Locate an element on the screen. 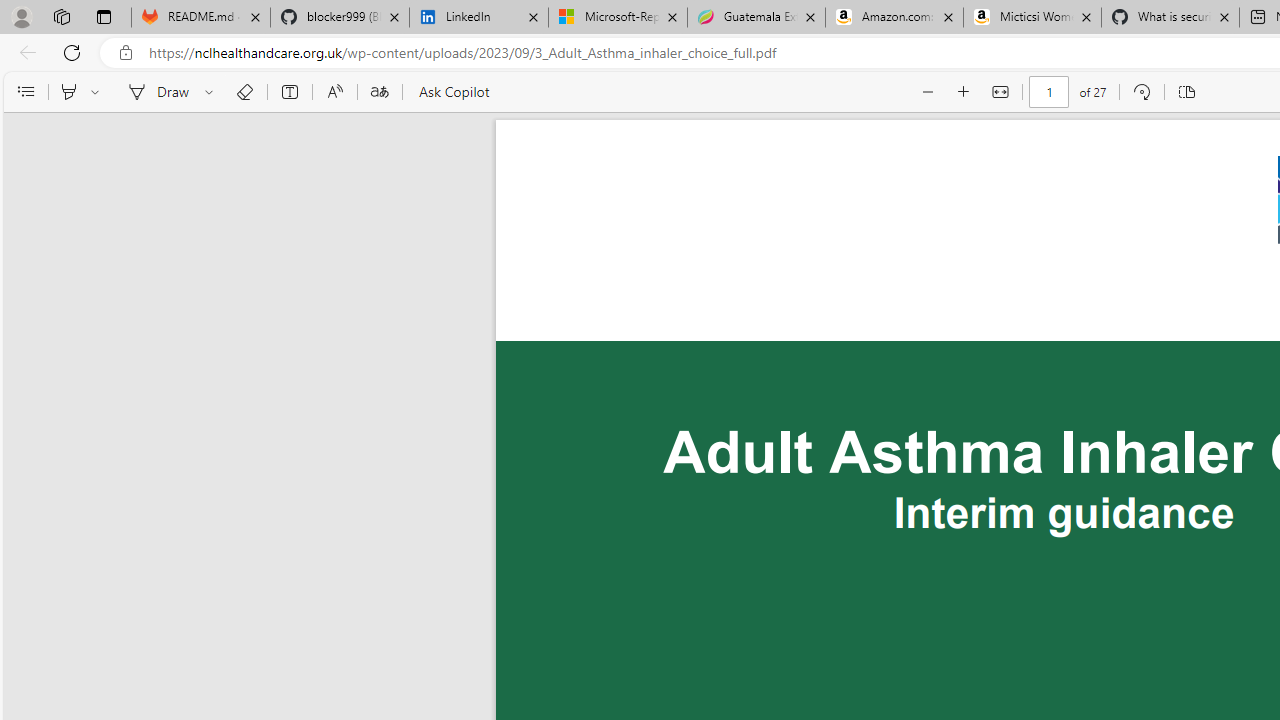  'Highlight' is located at coordinates (68, 92).